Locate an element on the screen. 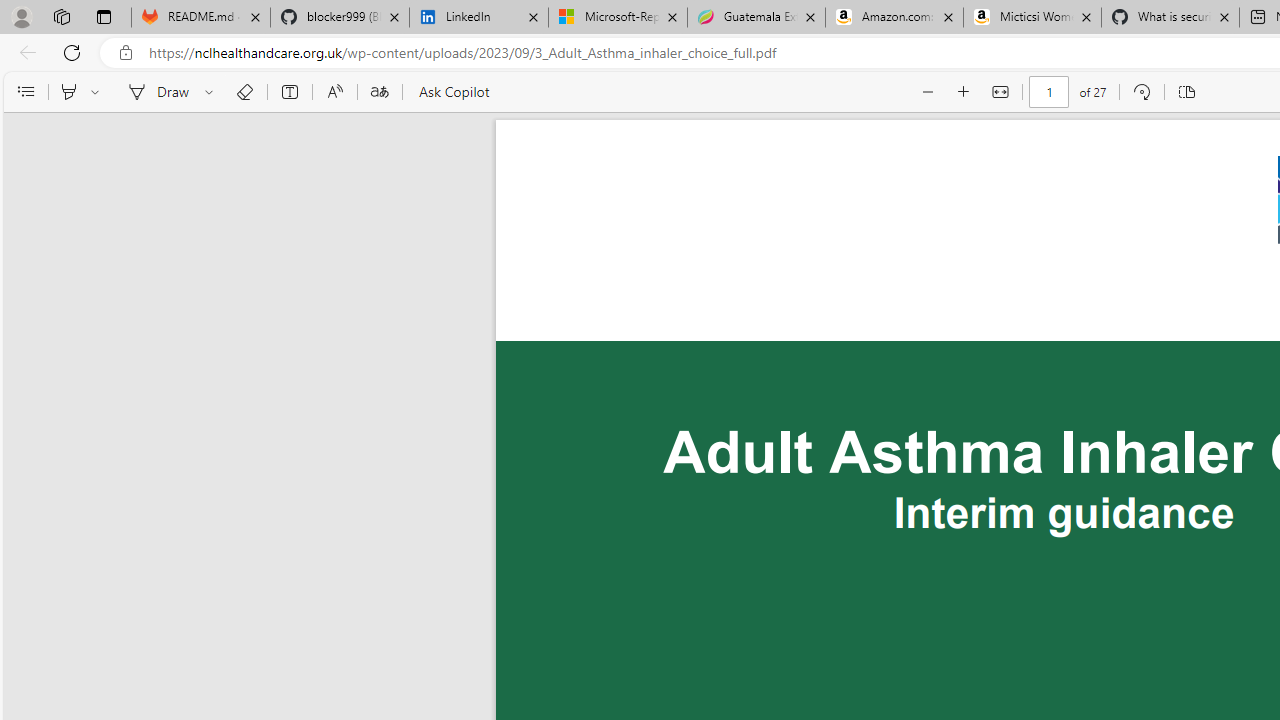  'Highlight' is located at coordinates (68, 92).